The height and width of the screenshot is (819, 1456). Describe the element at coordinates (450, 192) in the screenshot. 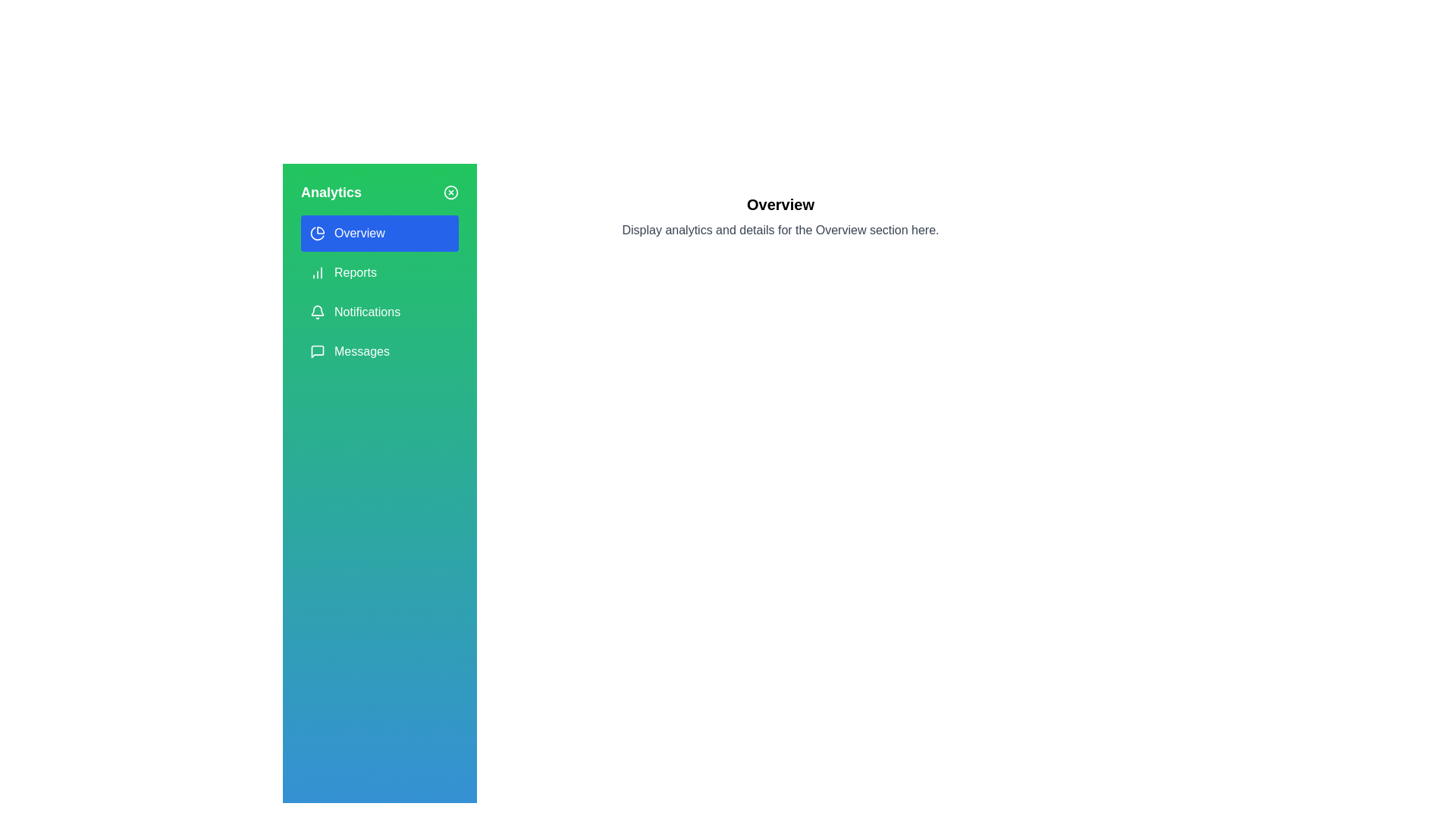

I see `toggle button to close the drawer` at that location.